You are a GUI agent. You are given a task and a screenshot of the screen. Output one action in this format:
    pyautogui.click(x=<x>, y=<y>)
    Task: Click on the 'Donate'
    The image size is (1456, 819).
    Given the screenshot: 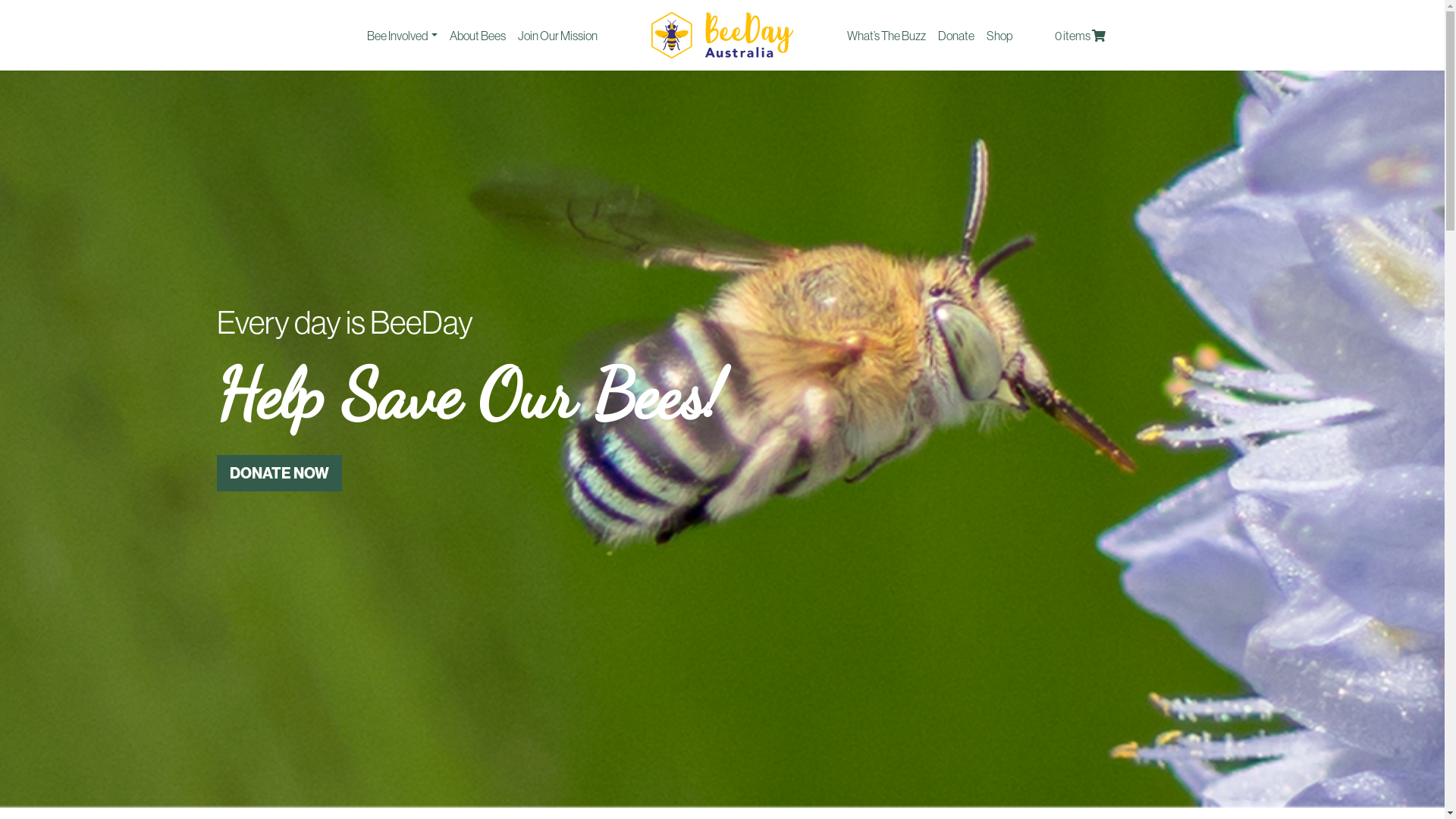 What is the action you would take?
    pyautogui.click(x=955, y=34)
    